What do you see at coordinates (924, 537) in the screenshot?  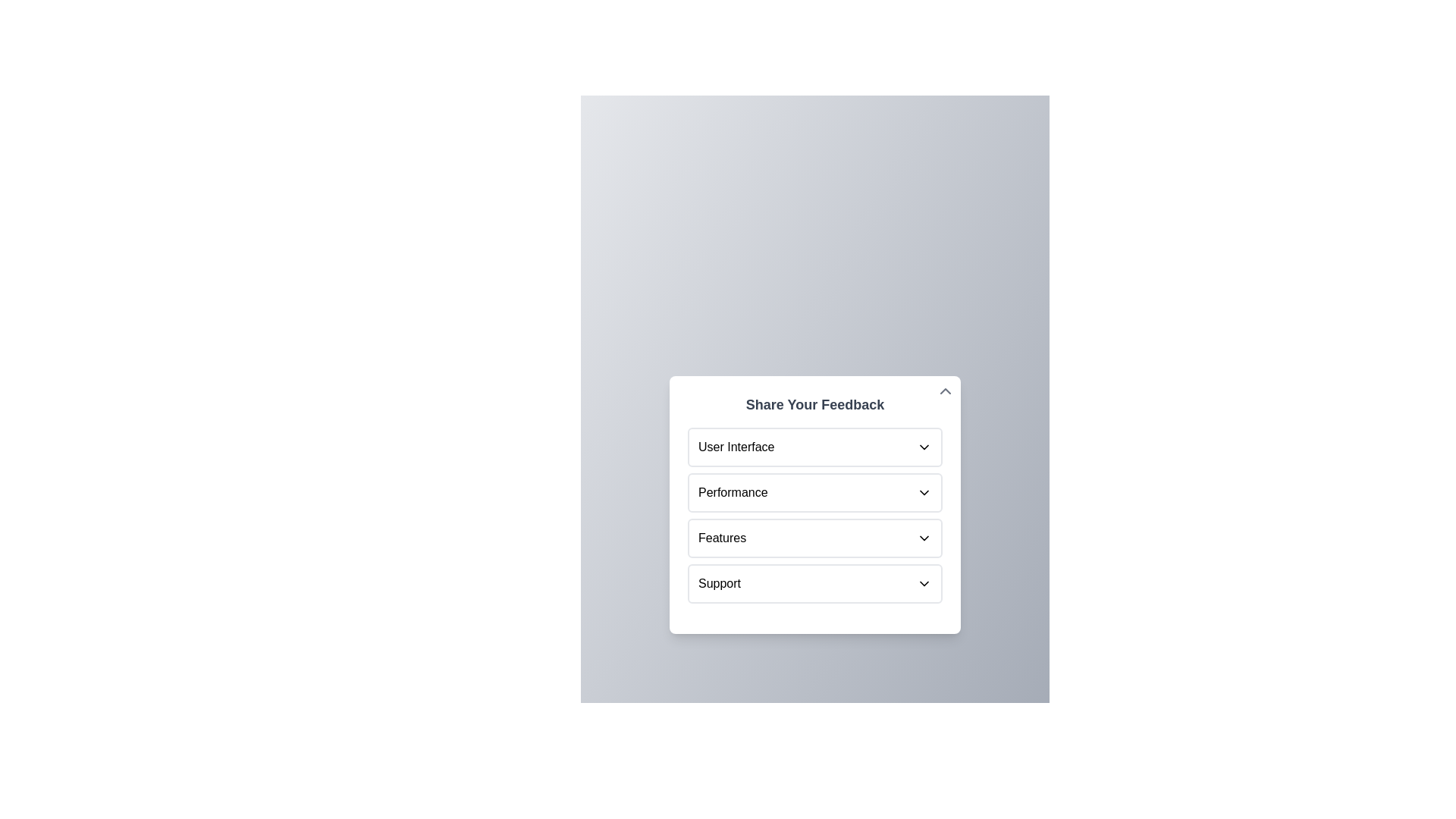 I see `the visual state of the Dropdown Indicator Icon located within the 'Features' section, which indicates the presence of a dropdown menu` at bounding box center [924, 537].